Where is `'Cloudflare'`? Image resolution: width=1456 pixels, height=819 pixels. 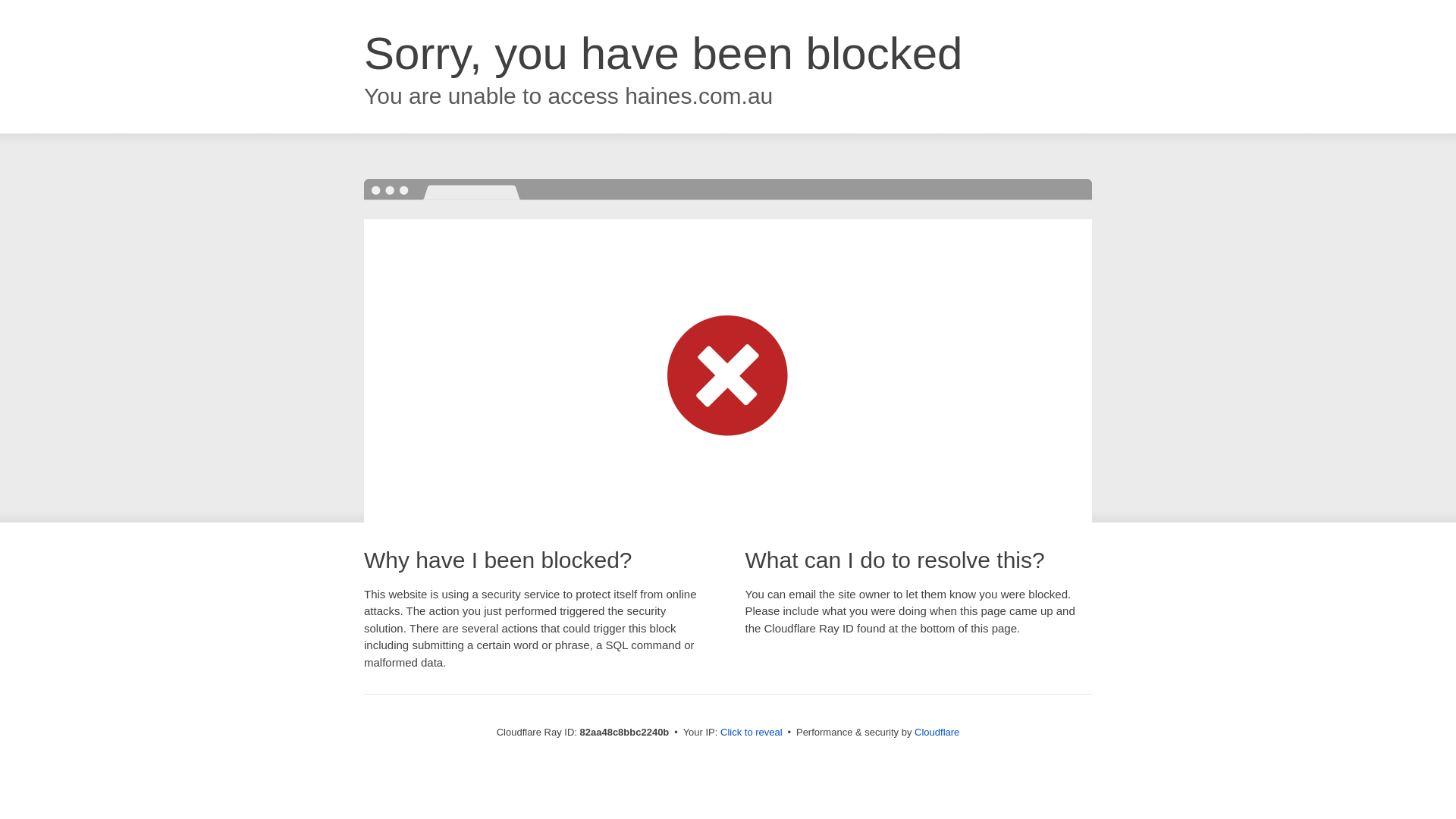 'Cloudflare' is located at coordinates (936, 731).